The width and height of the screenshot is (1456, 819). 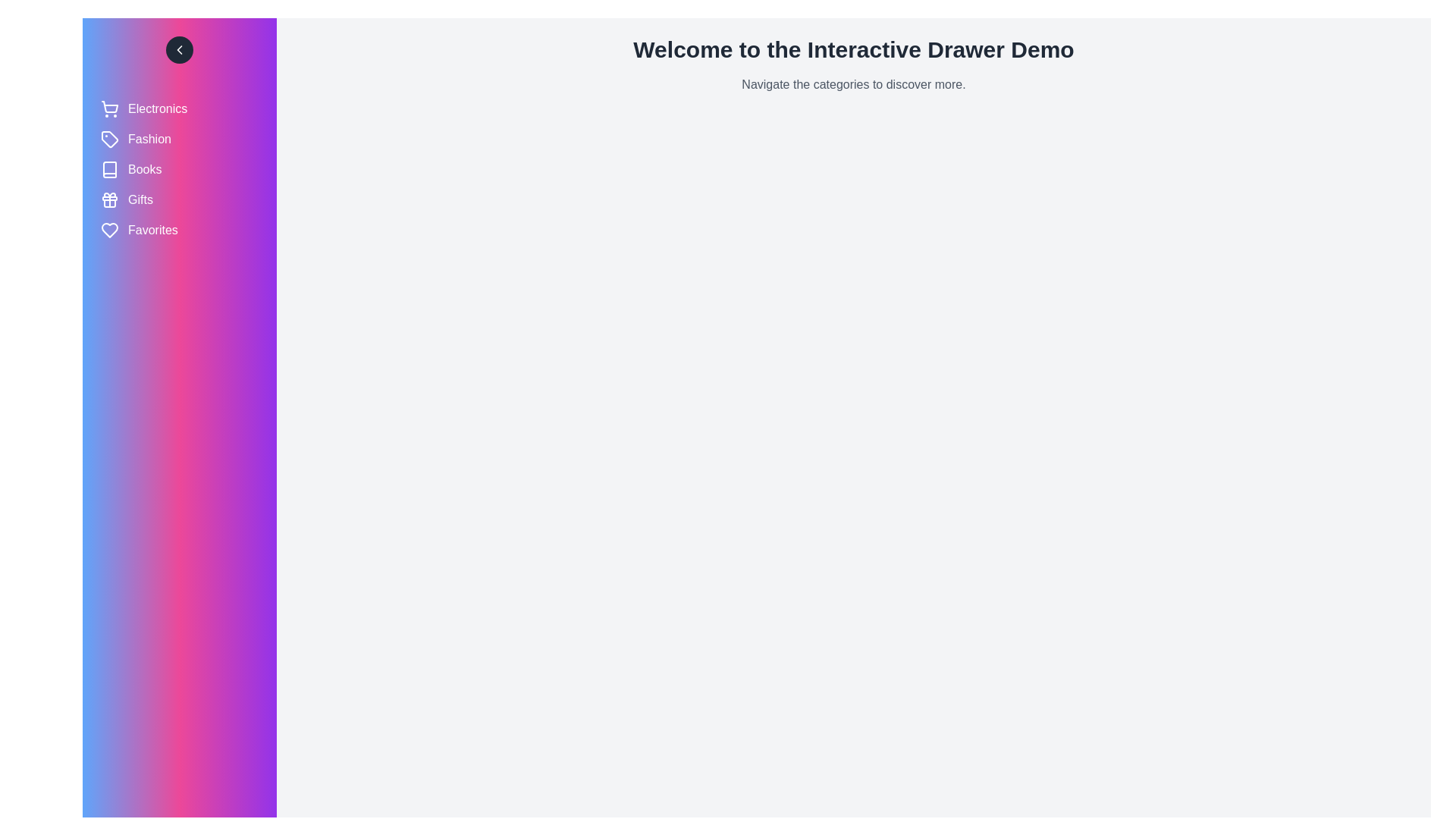 What do you see at coordinates (179, 199) in the screenshot?
I see `the category Gifts to observe its hover effect` at bounding box center [179, 199].